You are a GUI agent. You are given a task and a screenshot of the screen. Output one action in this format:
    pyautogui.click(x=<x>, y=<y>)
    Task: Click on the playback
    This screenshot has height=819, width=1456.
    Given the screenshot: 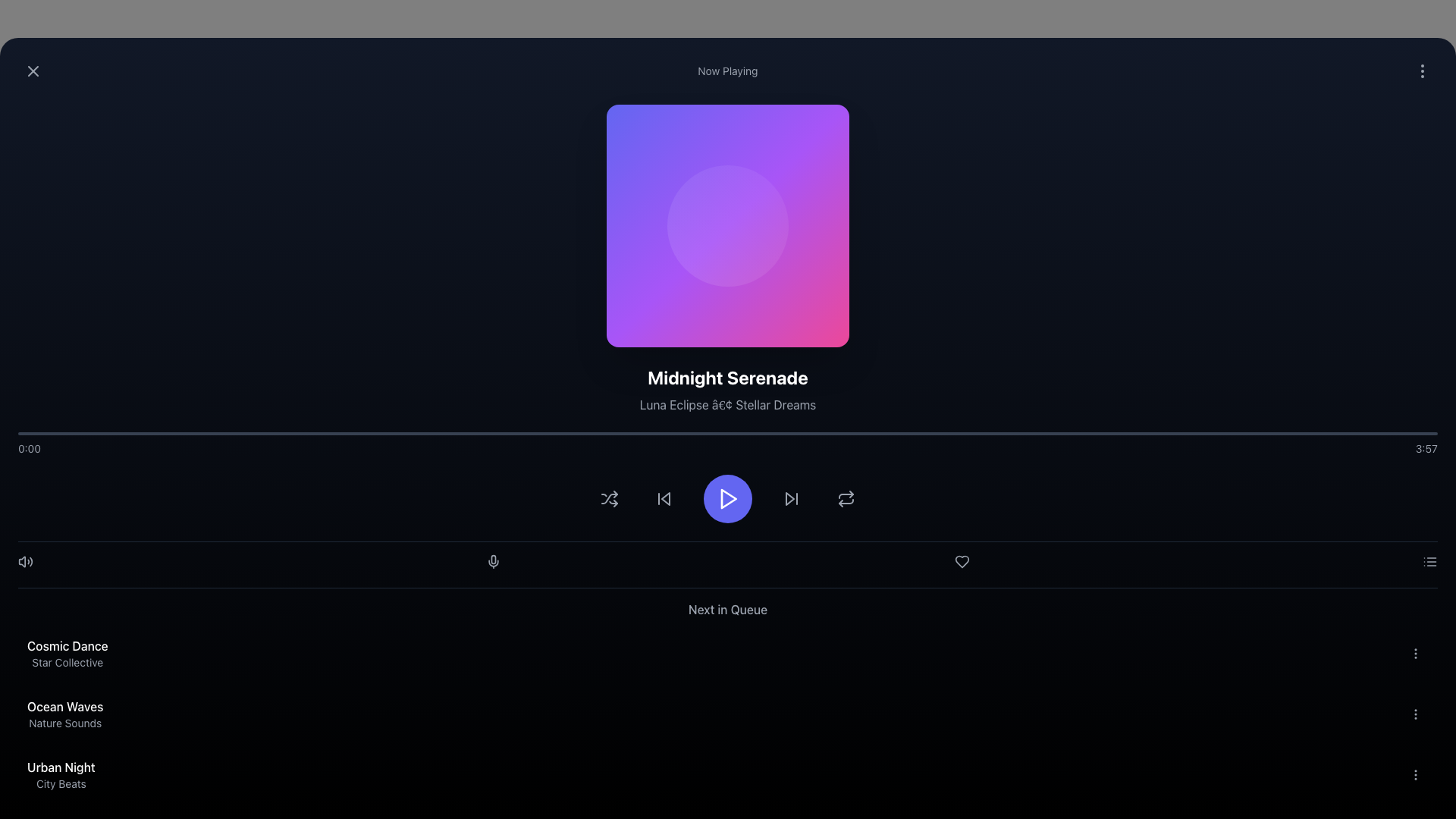 What is the action you would take?
    pyautogui.click(x=1185, y=433)
    